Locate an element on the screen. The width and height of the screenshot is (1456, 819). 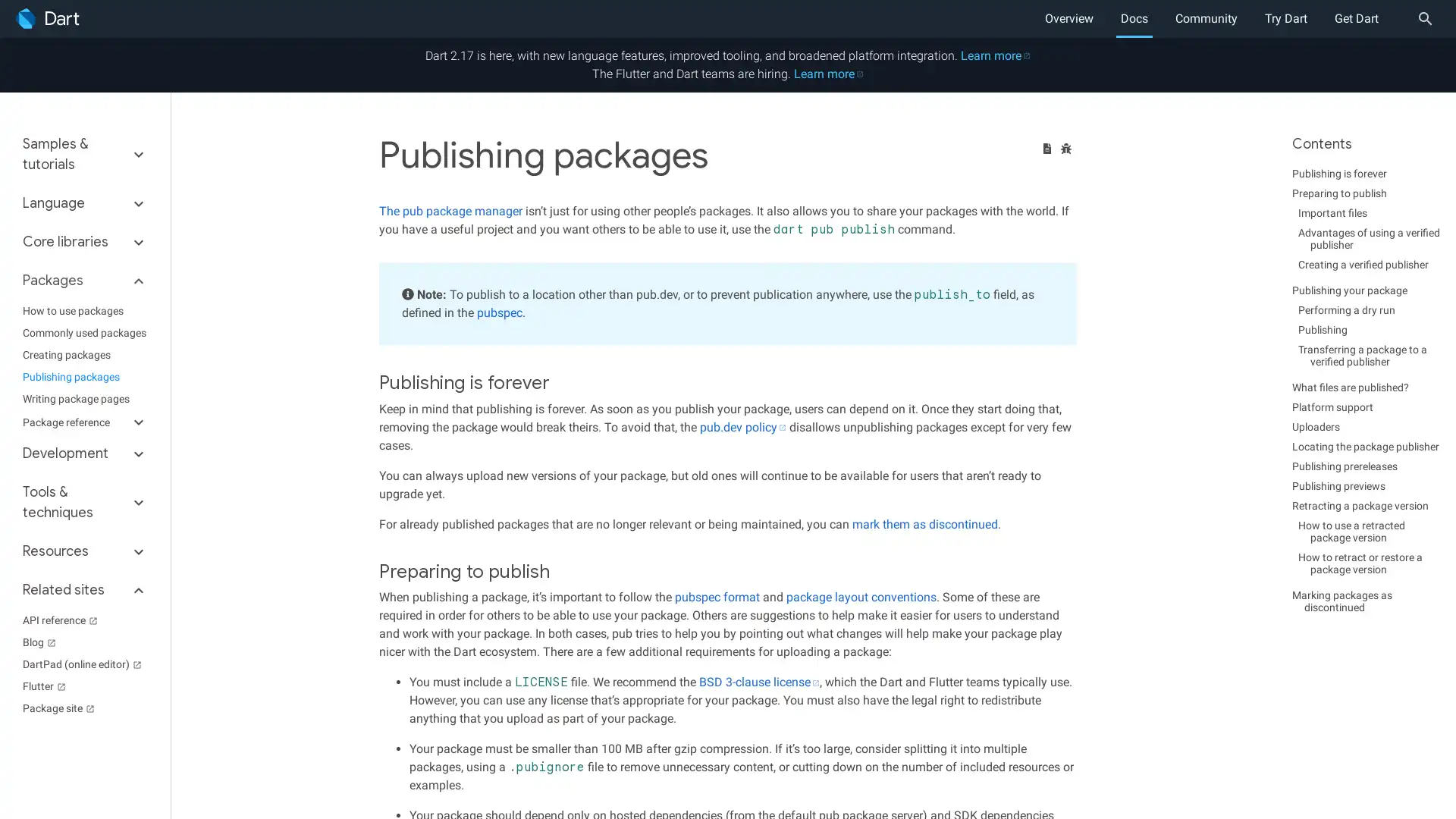
Resources keyboard_arrow_down is located at coordinates (84, 551).